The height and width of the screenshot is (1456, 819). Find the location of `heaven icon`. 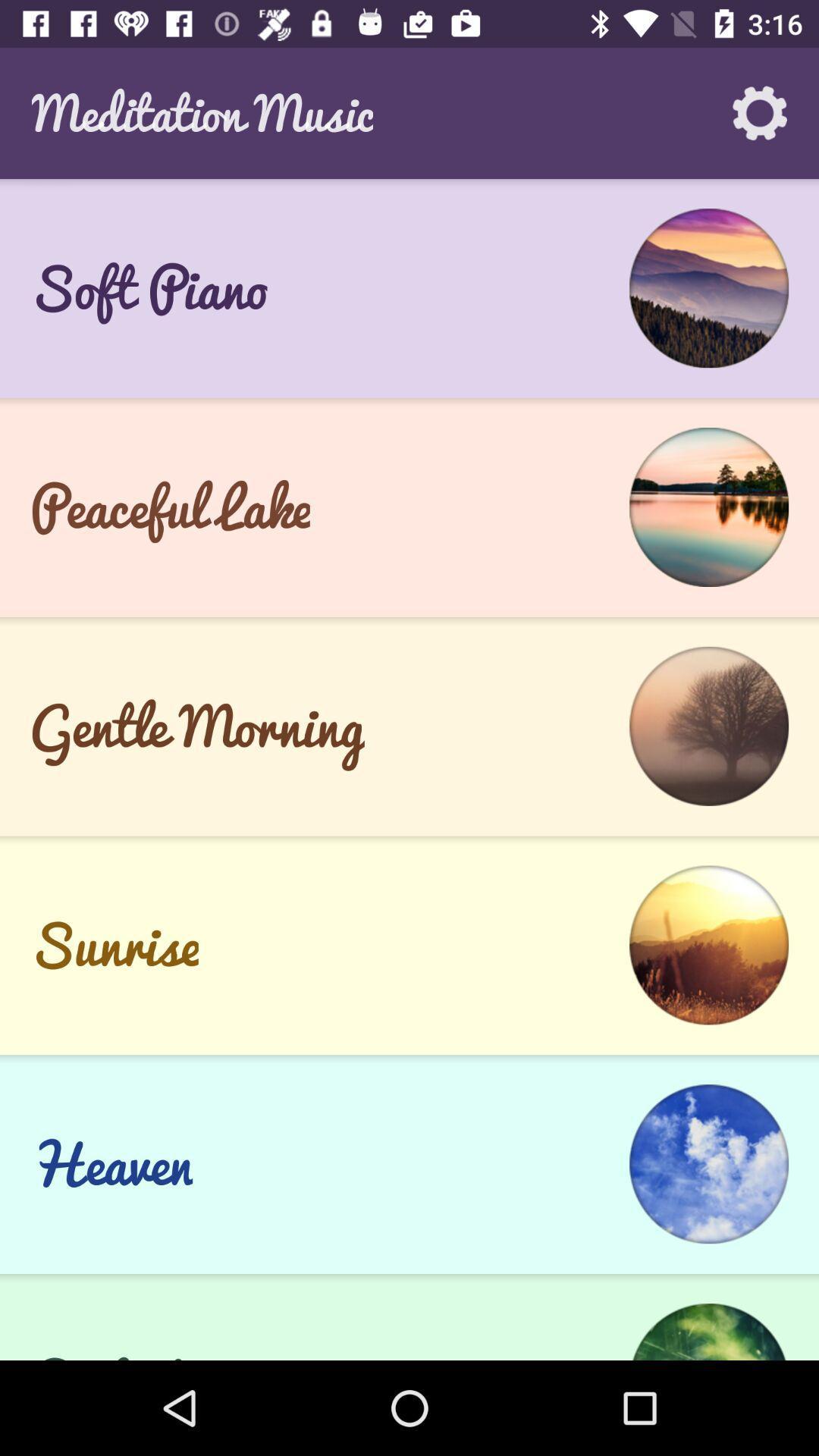

heaven icon is located at coordinates (110, 1163).